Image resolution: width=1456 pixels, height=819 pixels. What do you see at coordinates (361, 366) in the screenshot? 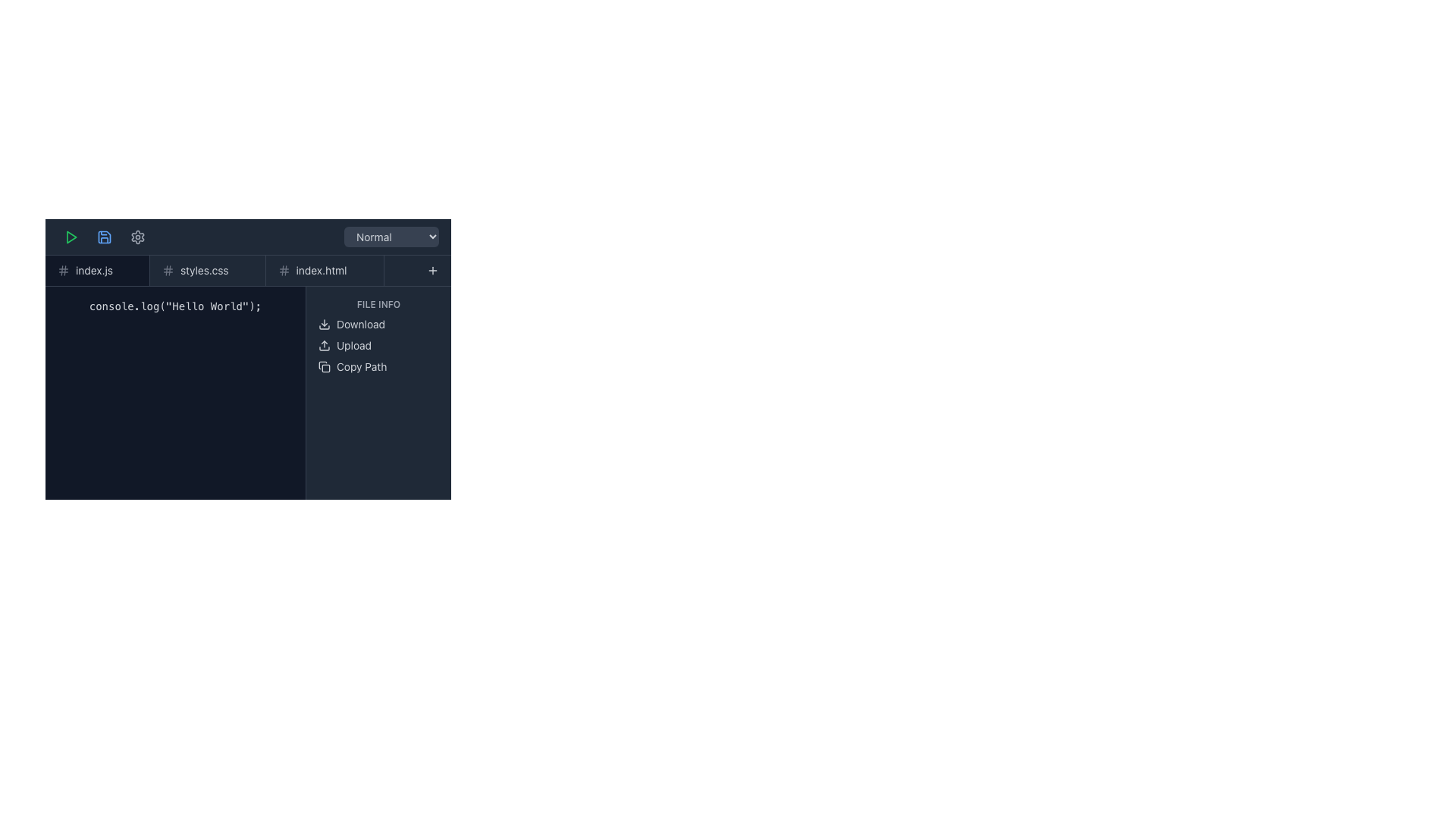
I see `the third text label within the 'FILE INFO' panel, located below the 'Upload' option` at bounding box center [361, 366].